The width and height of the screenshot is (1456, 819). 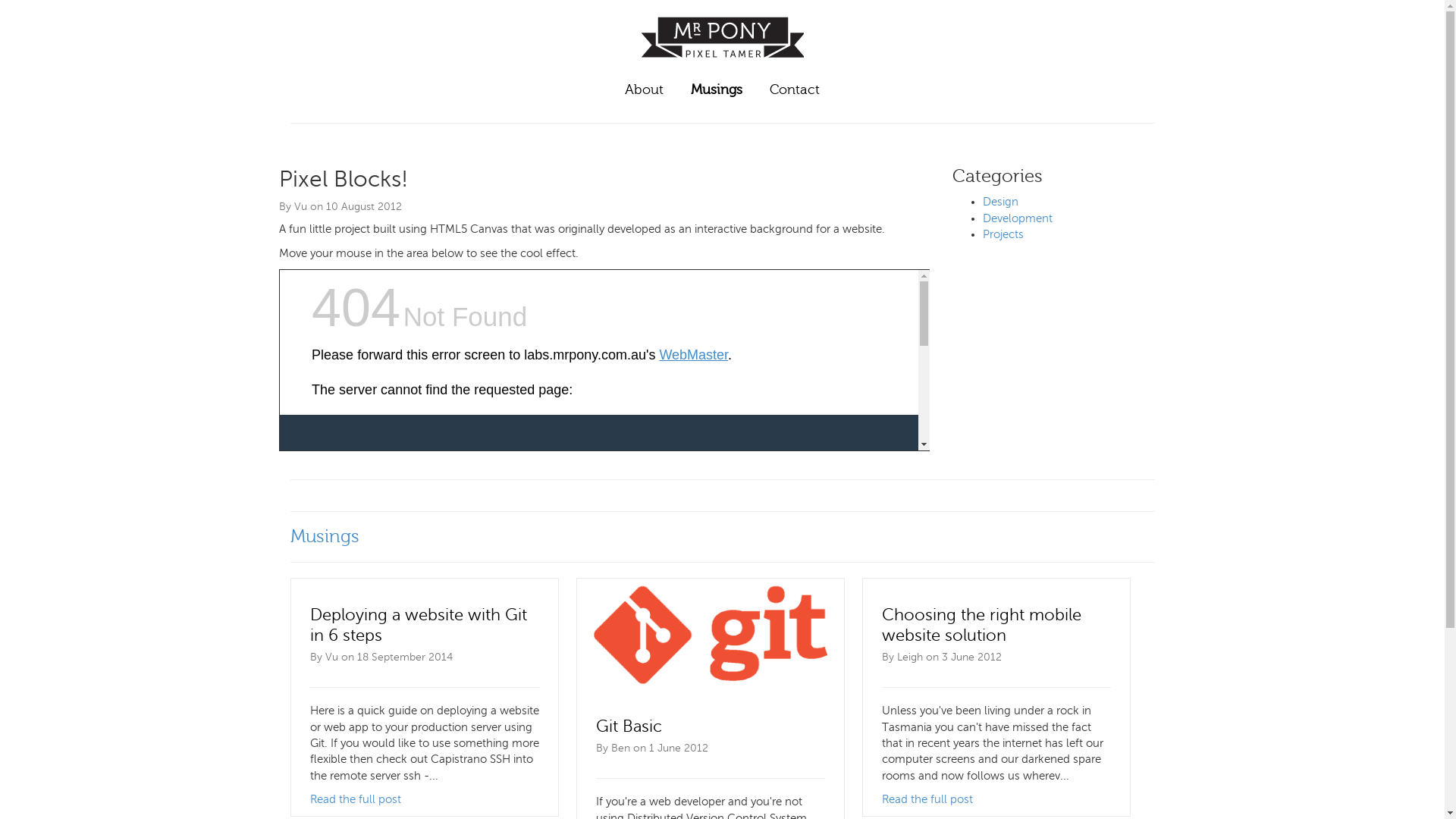 What do you see at coordinates (1000, 201) in the screenshot?
I see `'Design'` at bounding box center [1000, 201].